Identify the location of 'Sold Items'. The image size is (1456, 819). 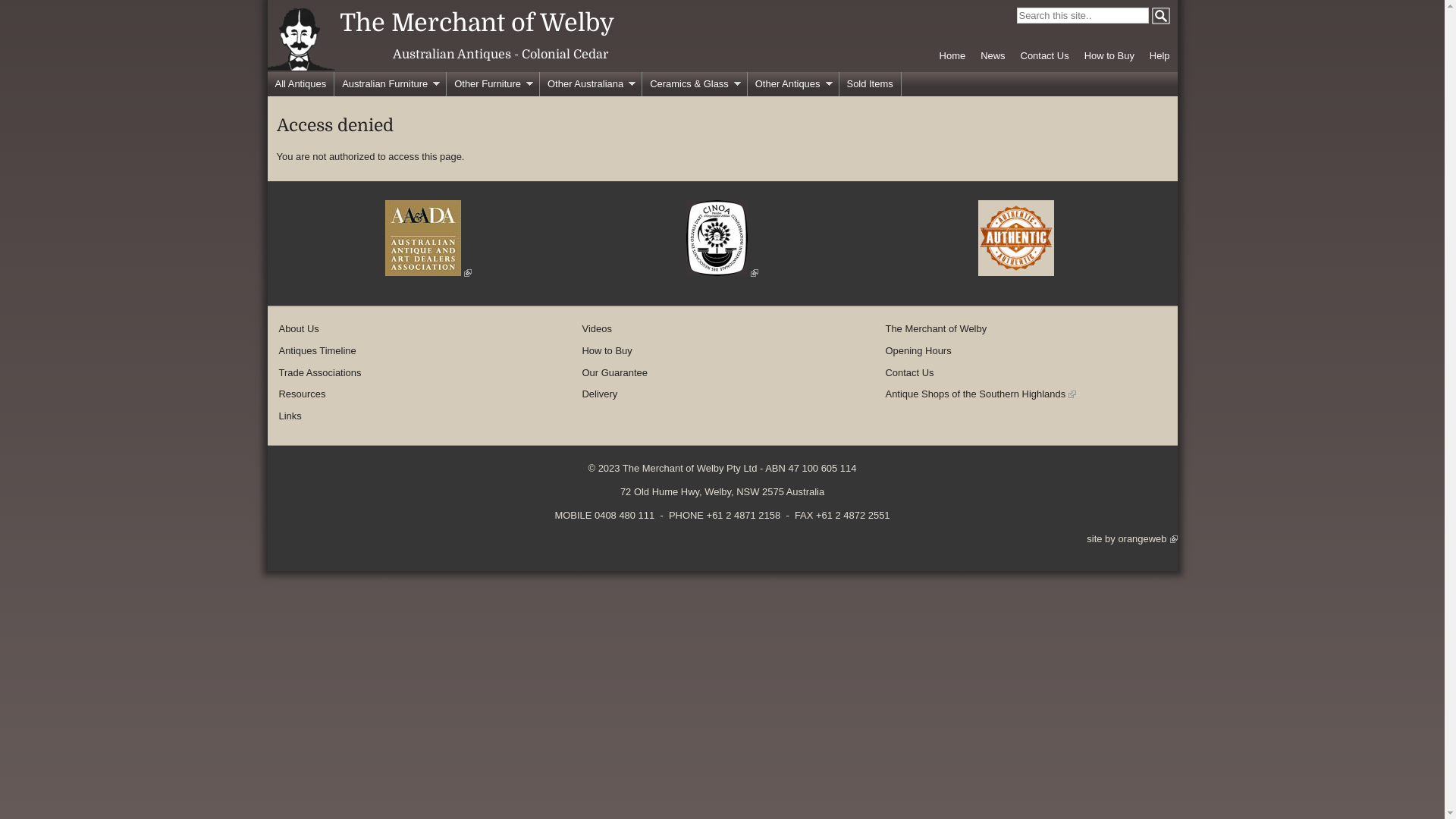
(837, 84).